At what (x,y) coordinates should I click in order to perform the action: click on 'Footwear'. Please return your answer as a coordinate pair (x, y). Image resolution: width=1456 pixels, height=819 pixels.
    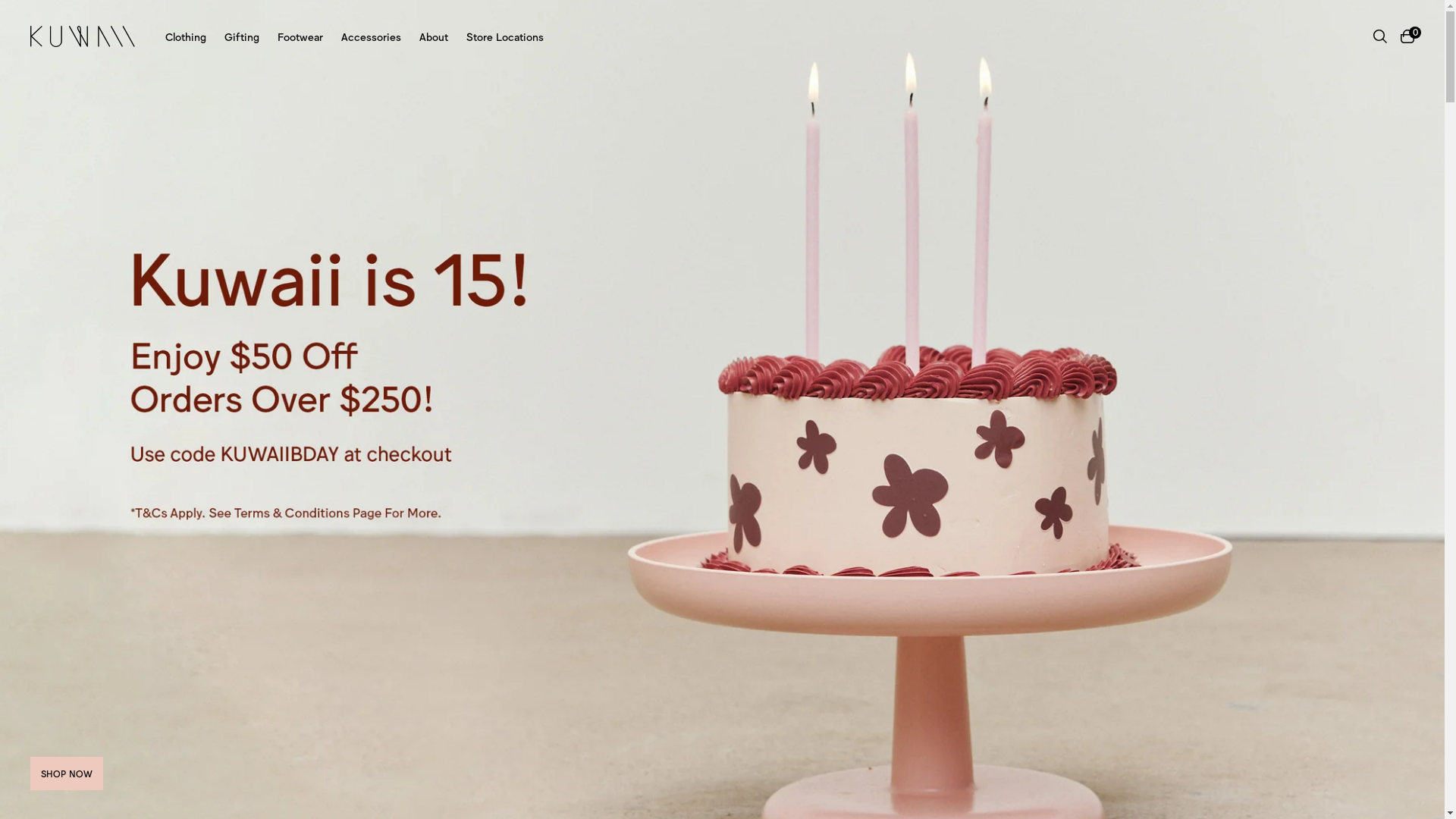
    Looking at the image, I should click on (300, 35).